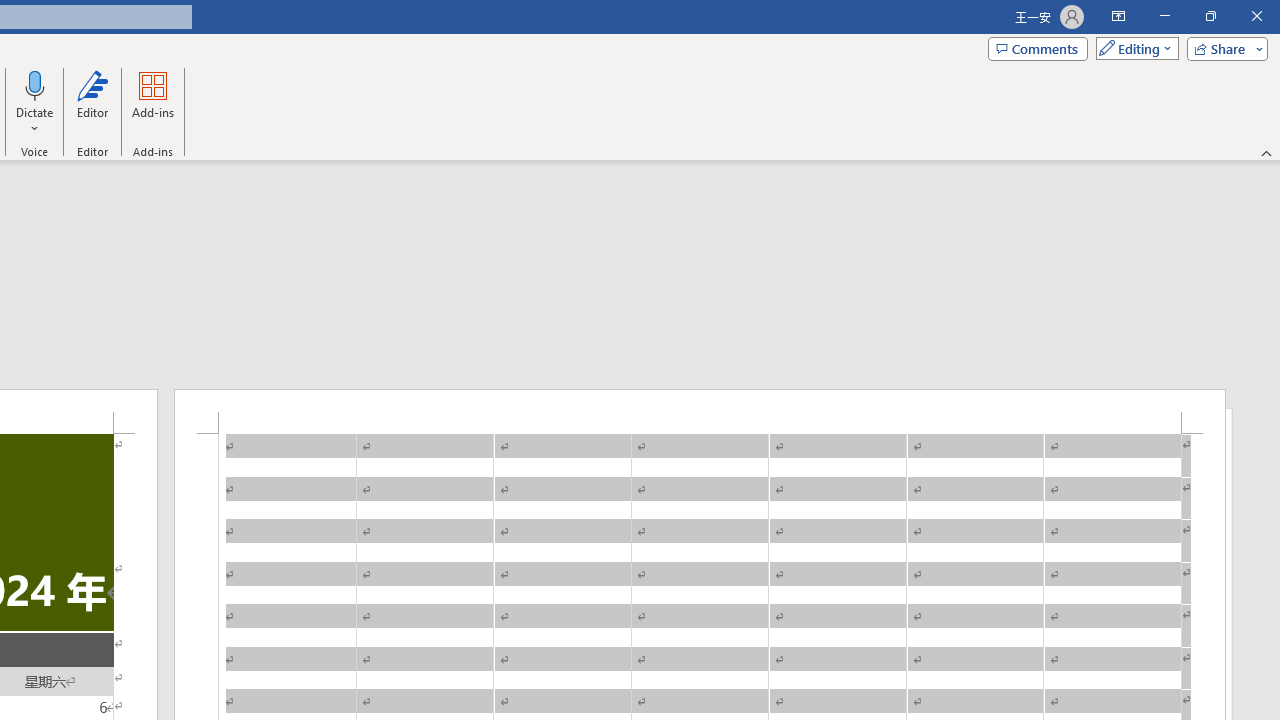 Image resolution: width=1280 pixels, height=720 pixels. Describe the element at coordinates (91, 103) in the screenshot. I see `'Editor'` at that location.